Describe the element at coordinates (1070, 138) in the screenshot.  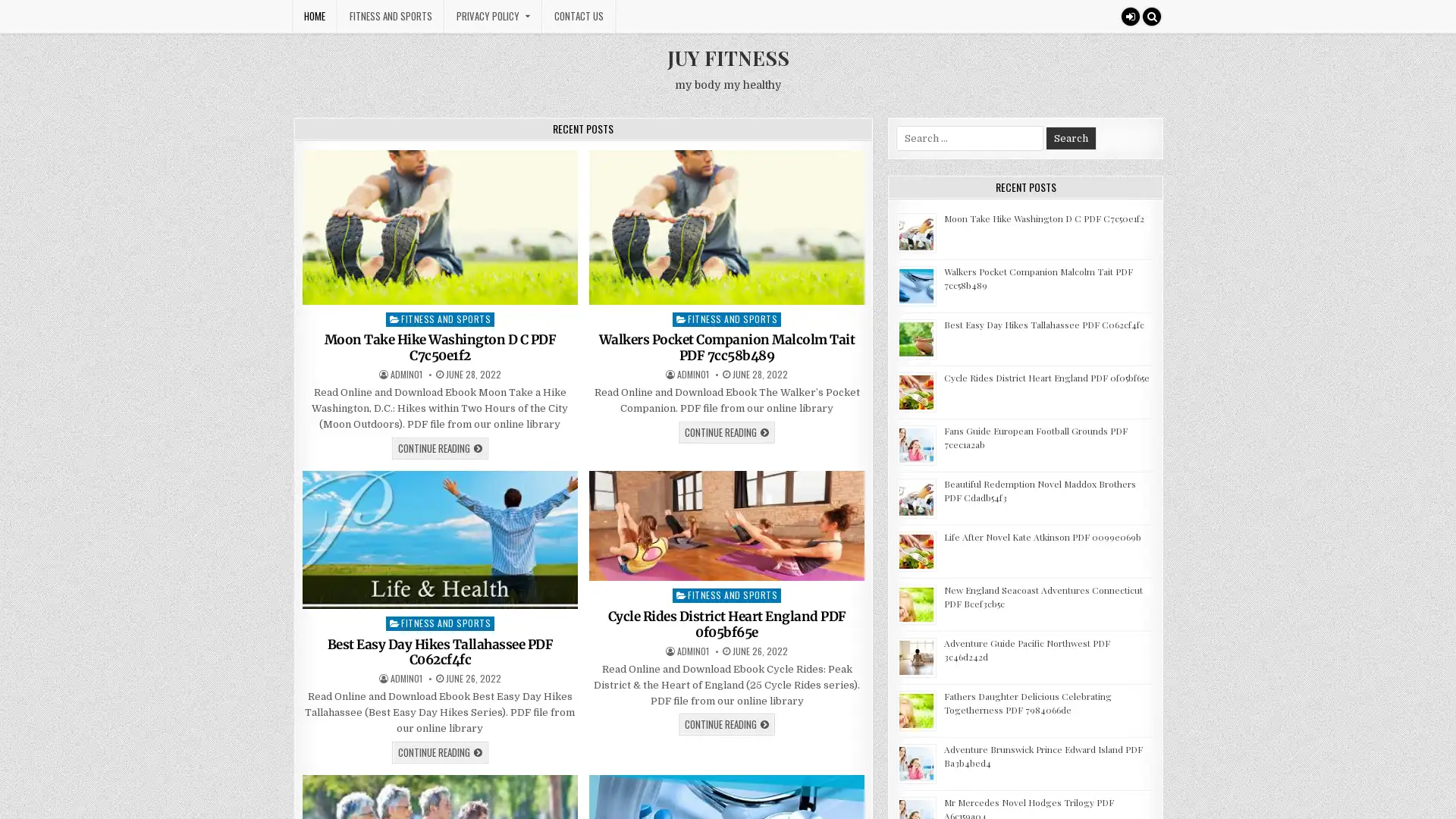
I see `Search` at that location.